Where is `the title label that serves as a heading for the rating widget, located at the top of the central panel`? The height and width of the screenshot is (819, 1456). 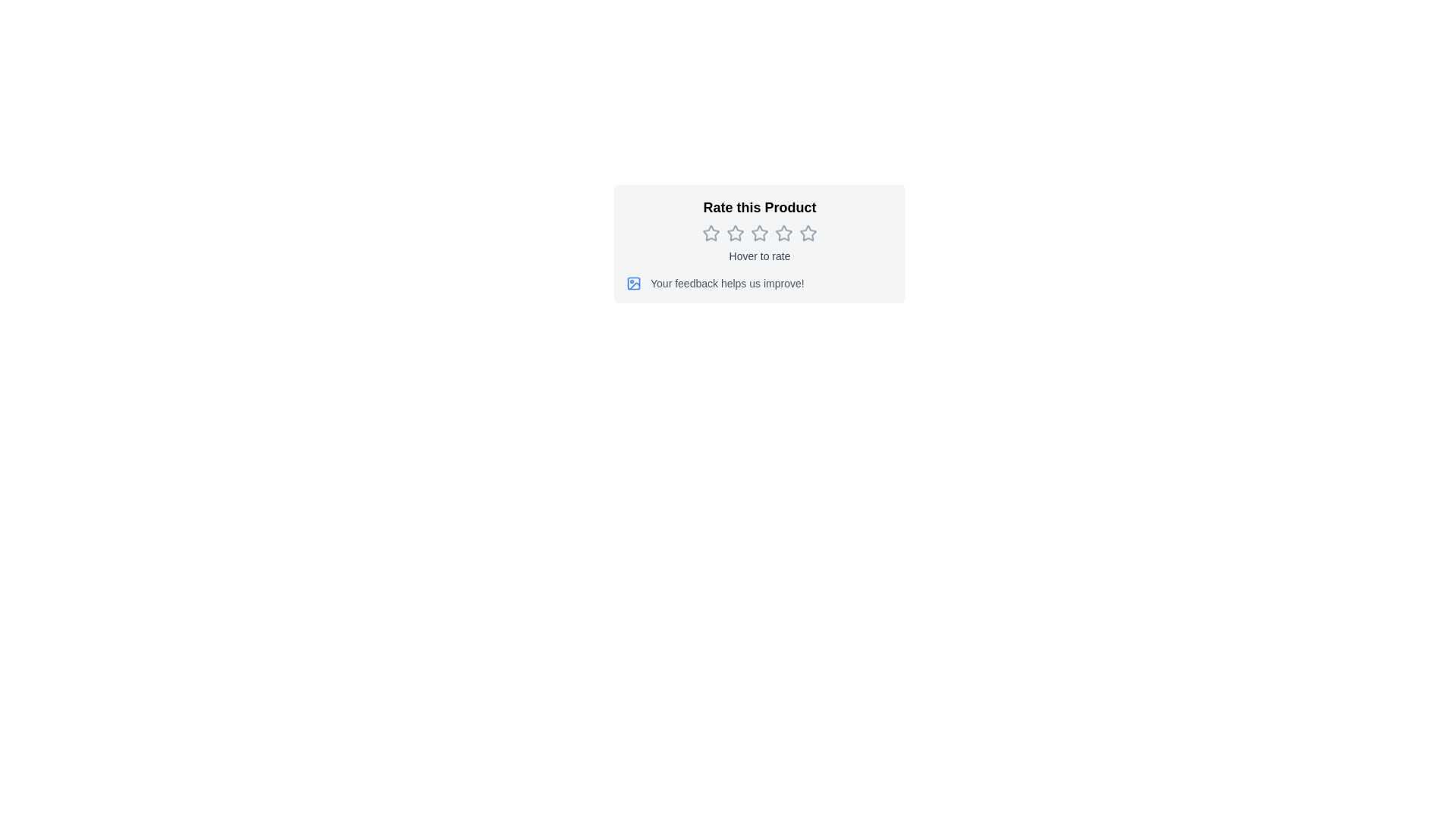
the title label that serves as a heading for the rating widget, located at the top of the central panel is located at coordinates (760, 207).